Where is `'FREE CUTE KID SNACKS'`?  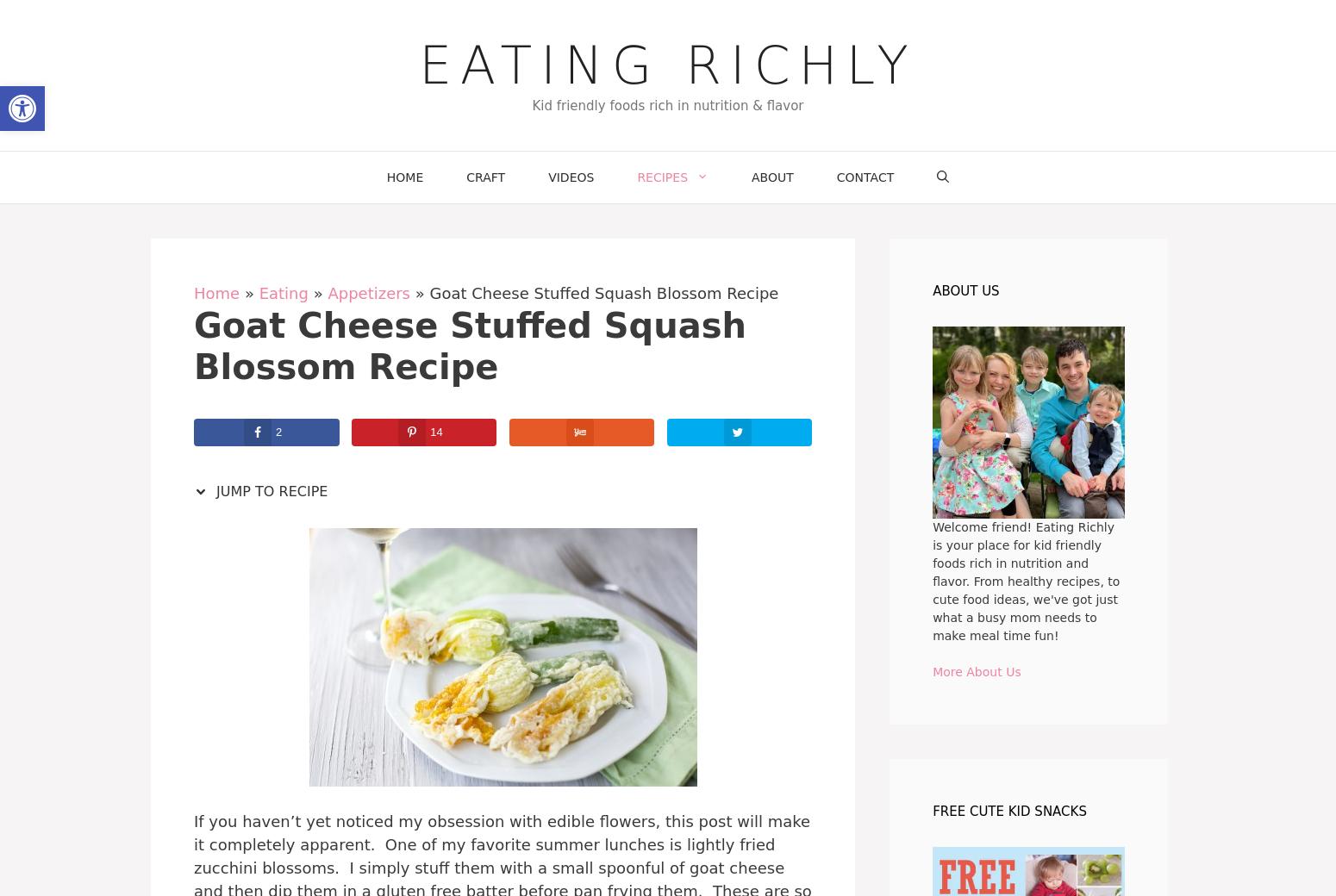 'FREE CUTE KID SNACKS' is located at coordinates (1009, 810).